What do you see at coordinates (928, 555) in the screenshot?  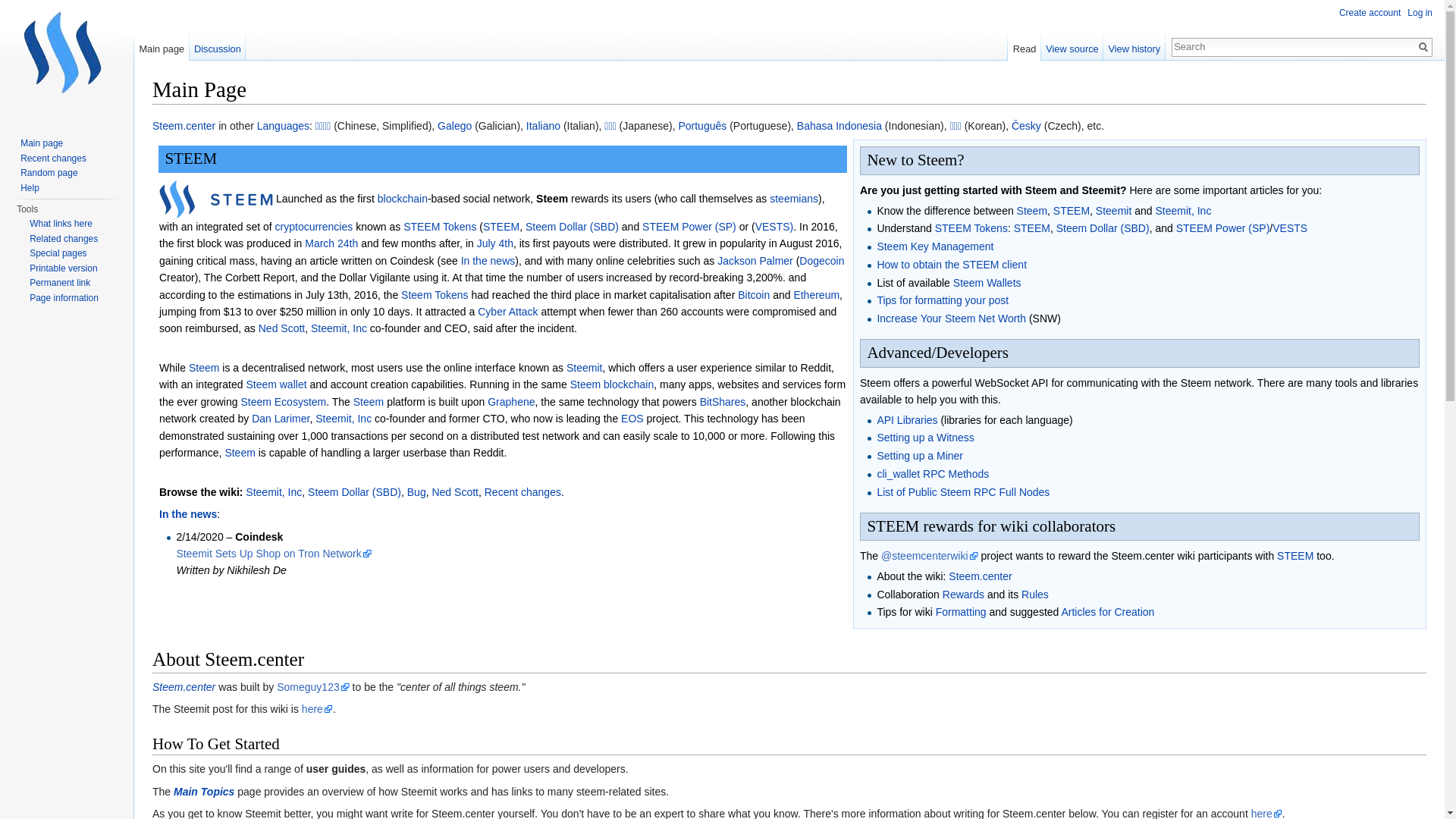 I see `'@steemcenterwiki'` at bounding box center [928, 555].